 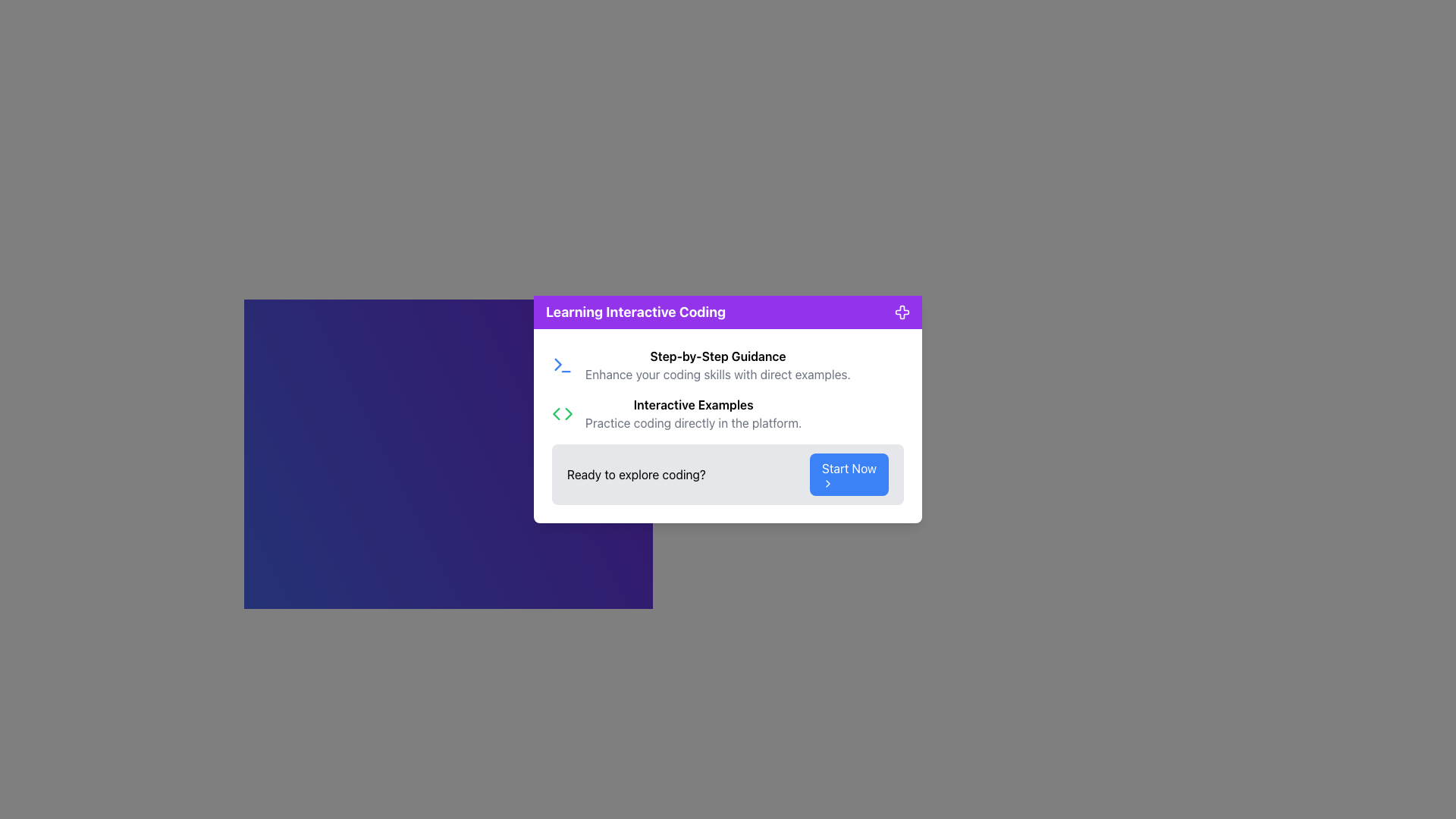 What do you see at coordinates (902, 312) in the screenshot?
I see `the close button located in the top-right corner of the purple header section of the 'Learning Interactive Coding' dialog box` at bounding box center [902, 312].